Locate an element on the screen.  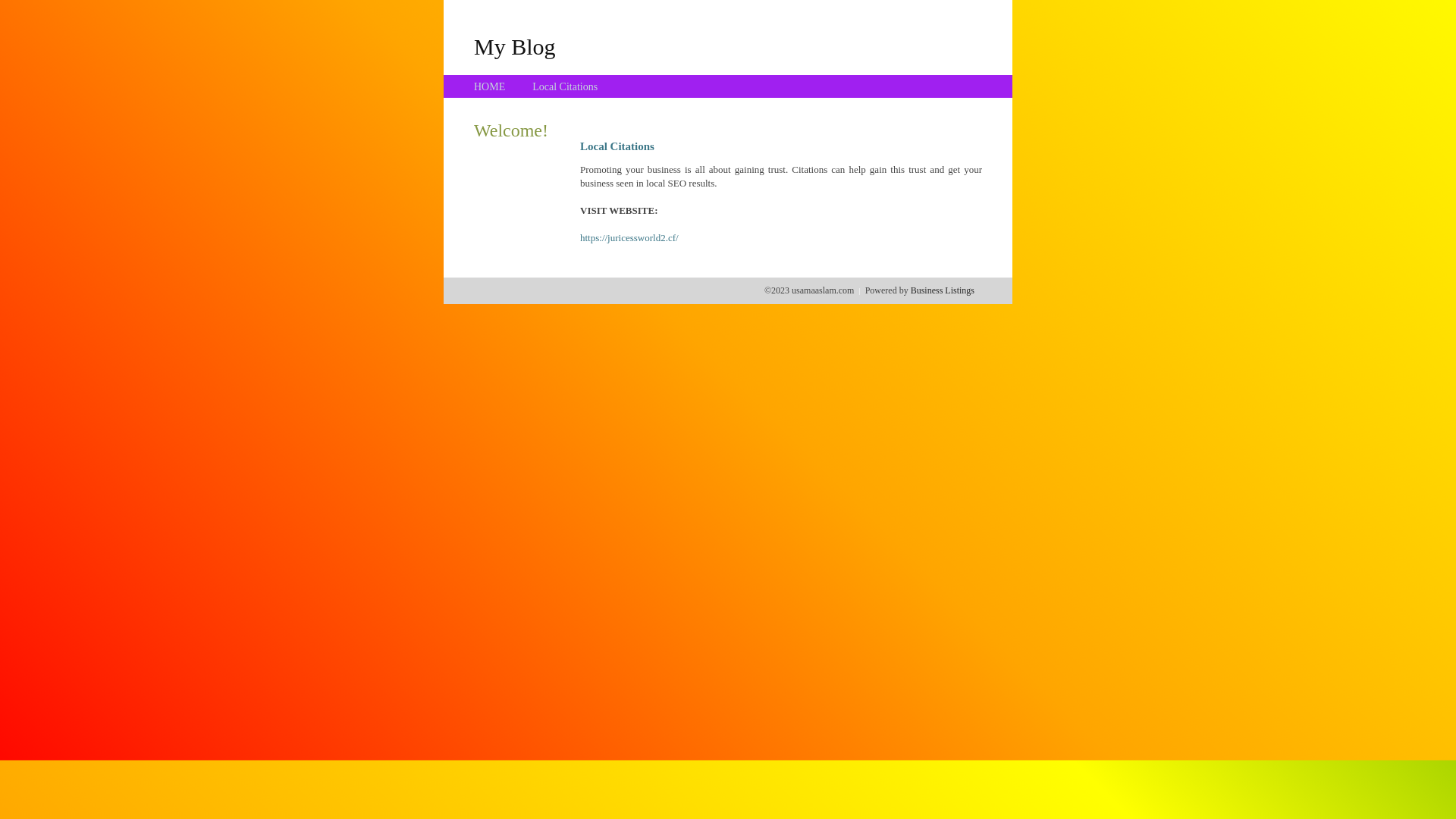
'My Blog' is located at coordinates (514, 45).